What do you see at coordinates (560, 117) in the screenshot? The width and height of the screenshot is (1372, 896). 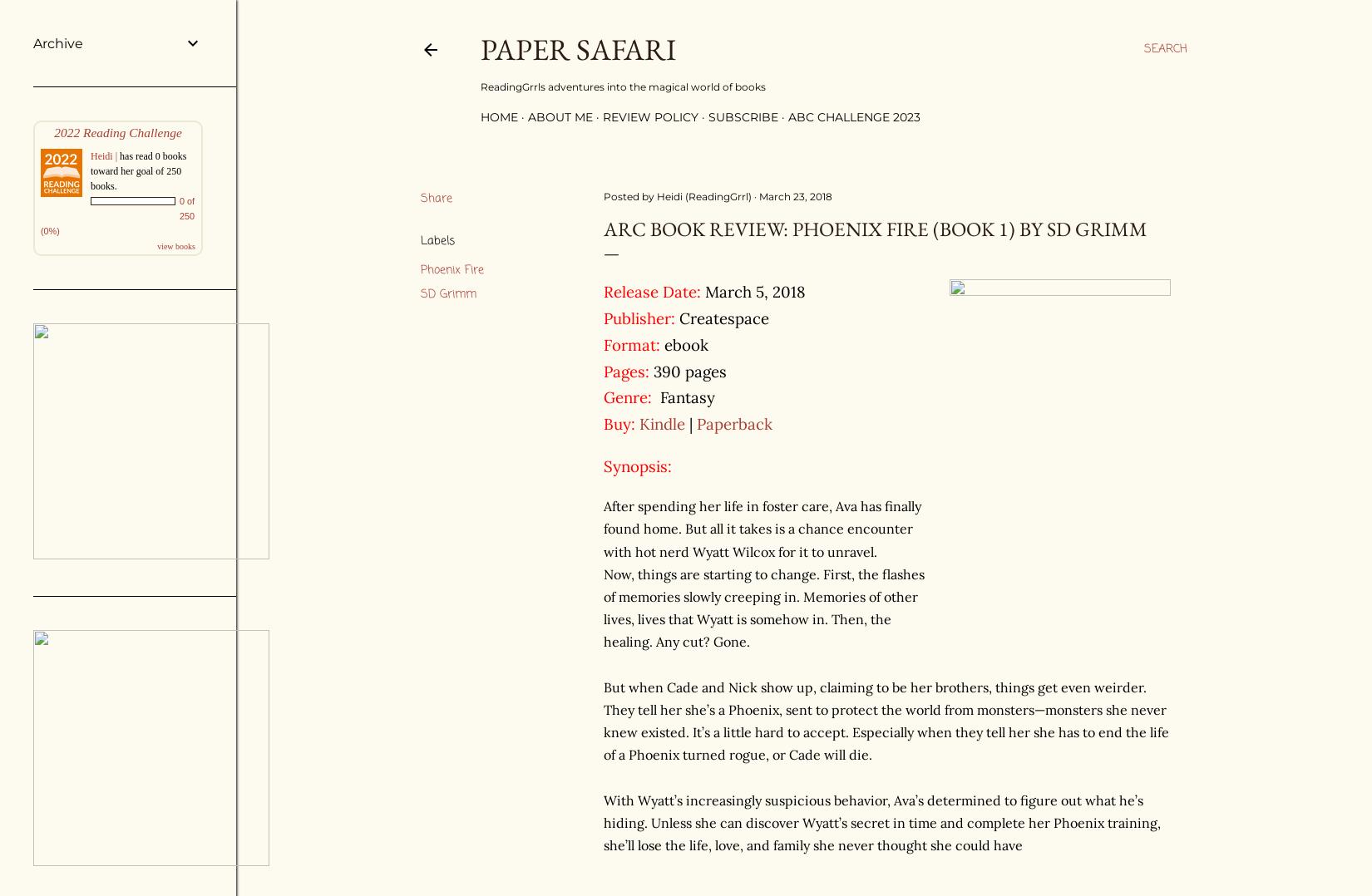 I see `'About Me'` at bounding box center [560, 117].